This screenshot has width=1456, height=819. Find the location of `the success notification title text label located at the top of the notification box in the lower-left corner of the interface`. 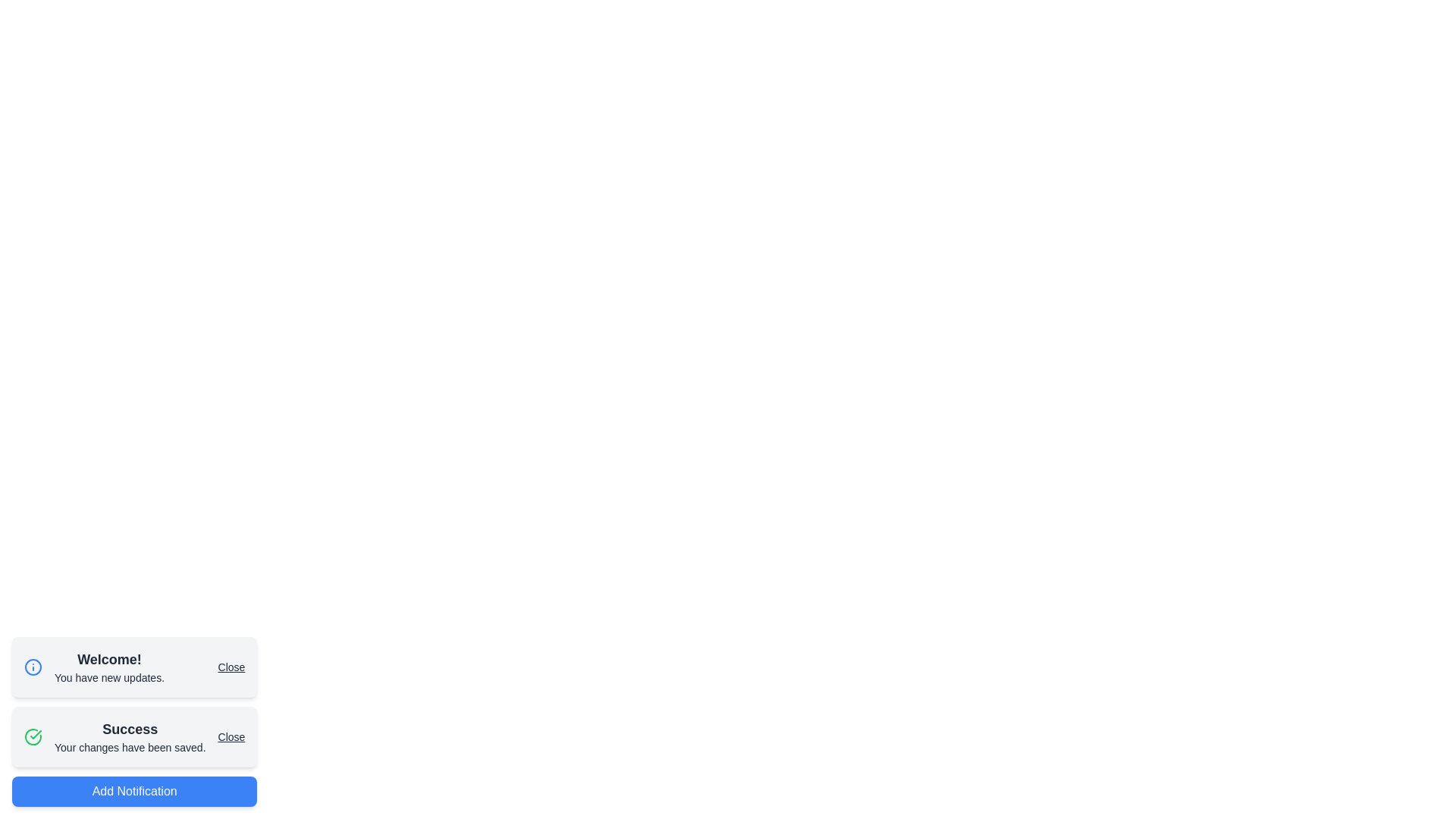

the success notification title text label located at the top of the notification box in the lower-left corner of the interface is located at coordinates (130, 728).